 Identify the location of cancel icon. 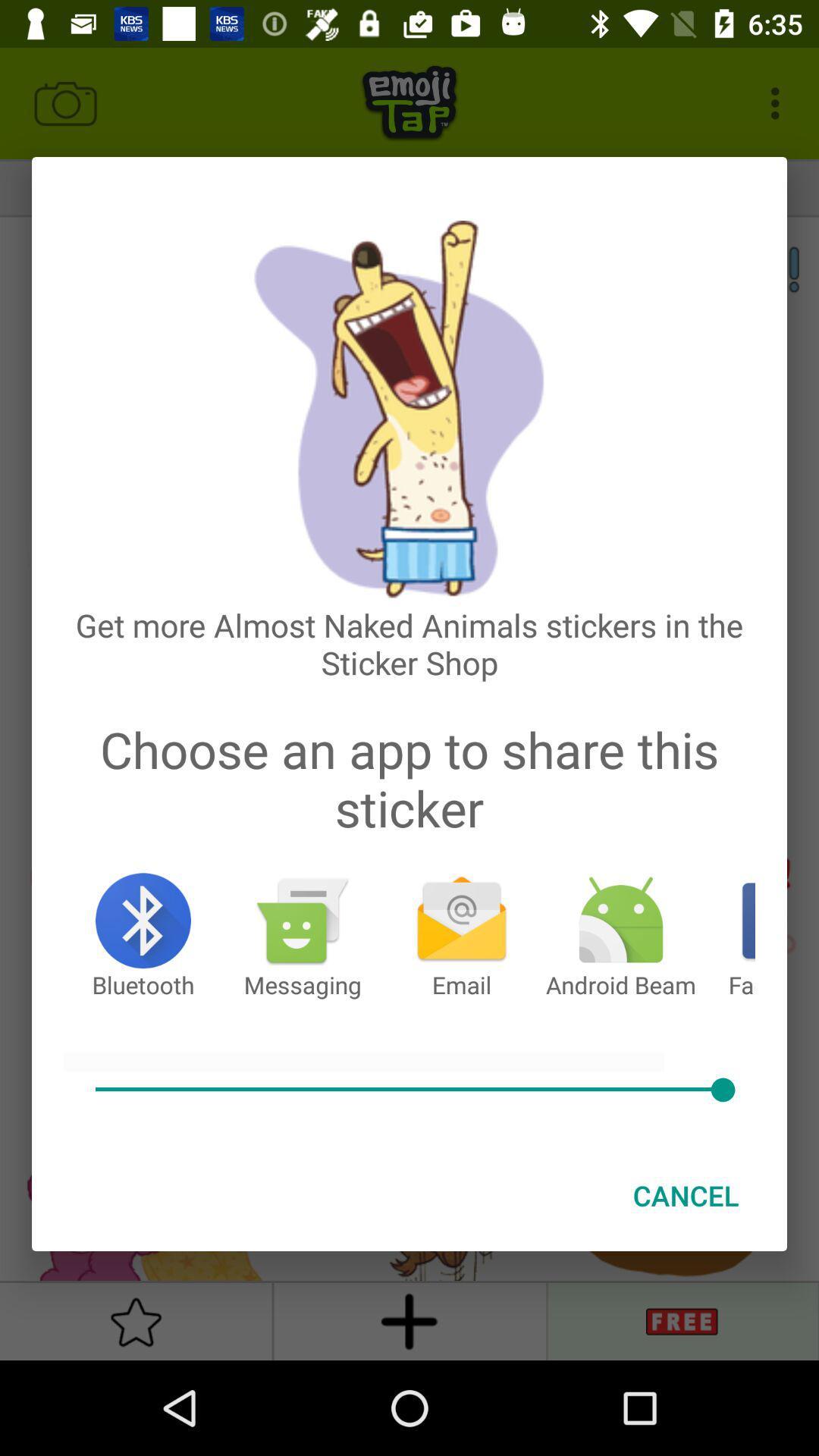
(686, 1194).